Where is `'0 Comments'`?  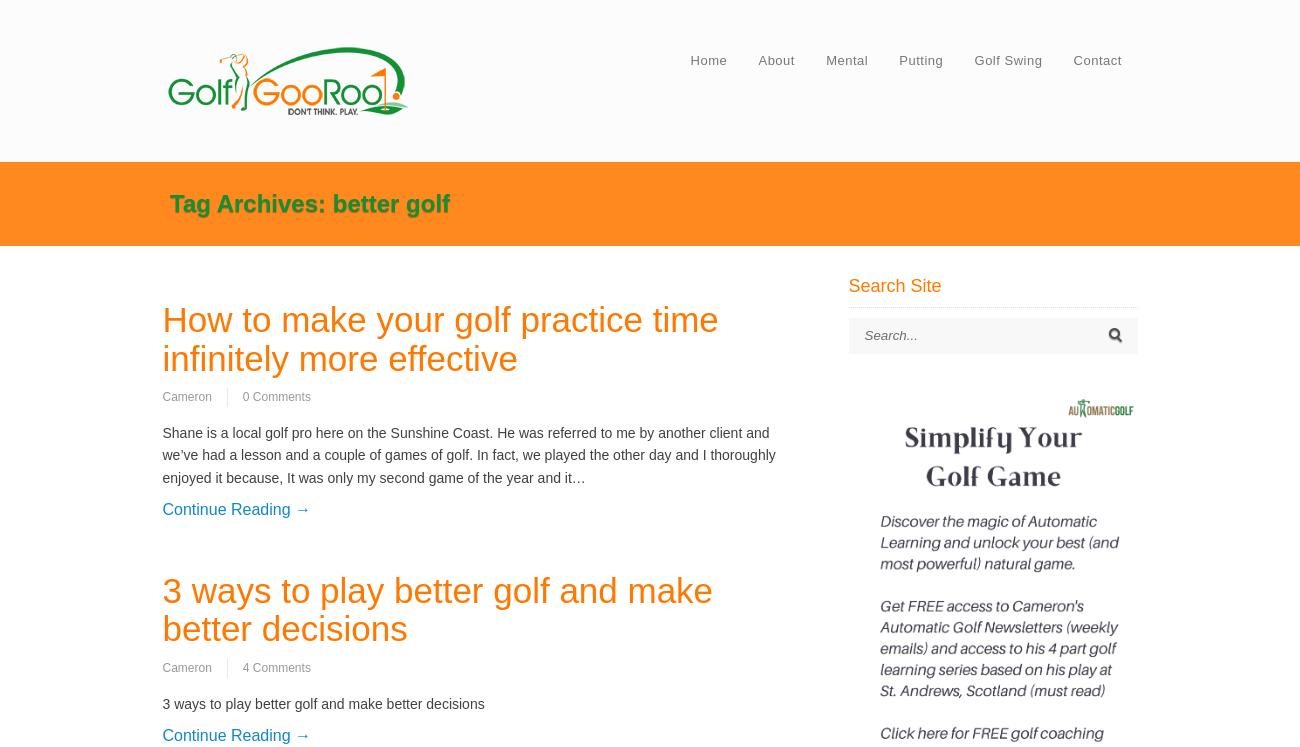 '0 Comments' is located at coordinates (275, 396).